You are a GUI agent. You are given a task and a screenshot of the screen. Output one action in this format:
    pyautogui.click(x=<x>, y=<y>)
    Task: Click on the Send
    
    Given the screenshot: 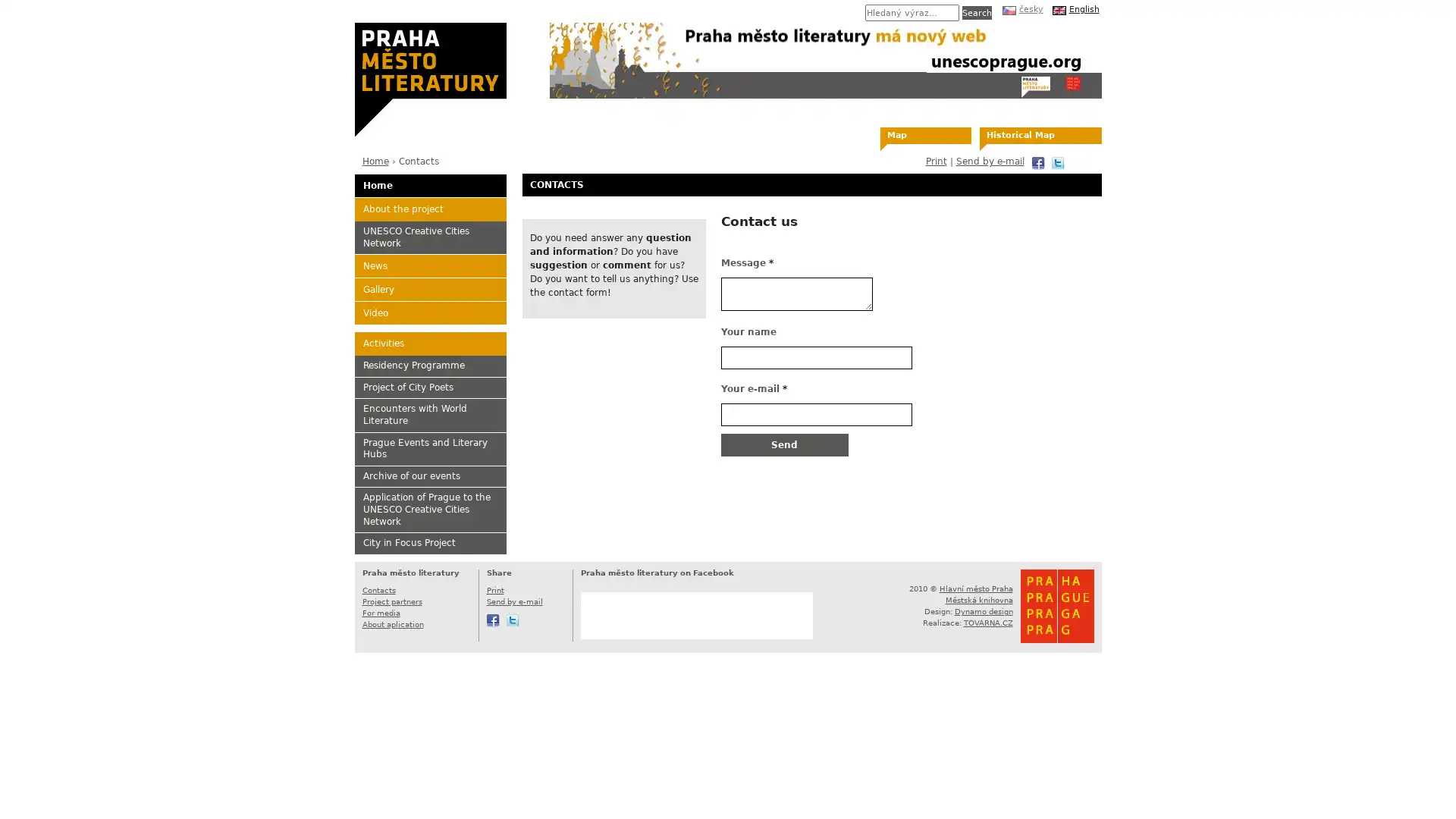 What is the action you would take?
    pyautogui.click(x=783, y=444)
    